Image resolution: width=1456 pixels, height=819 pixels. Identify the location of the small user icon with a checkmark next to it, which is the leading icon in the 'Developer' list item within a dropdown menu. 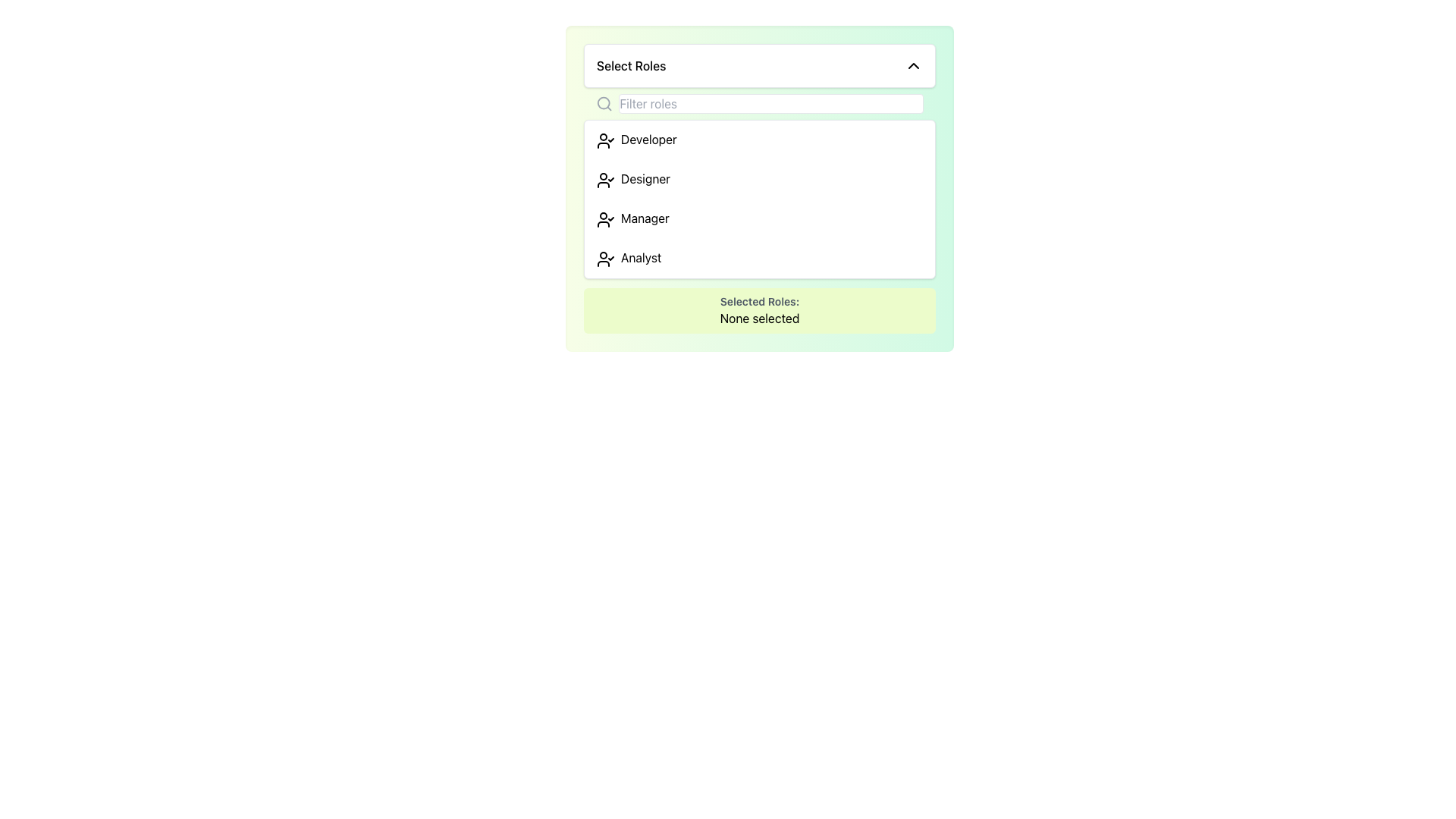
(604, 140).